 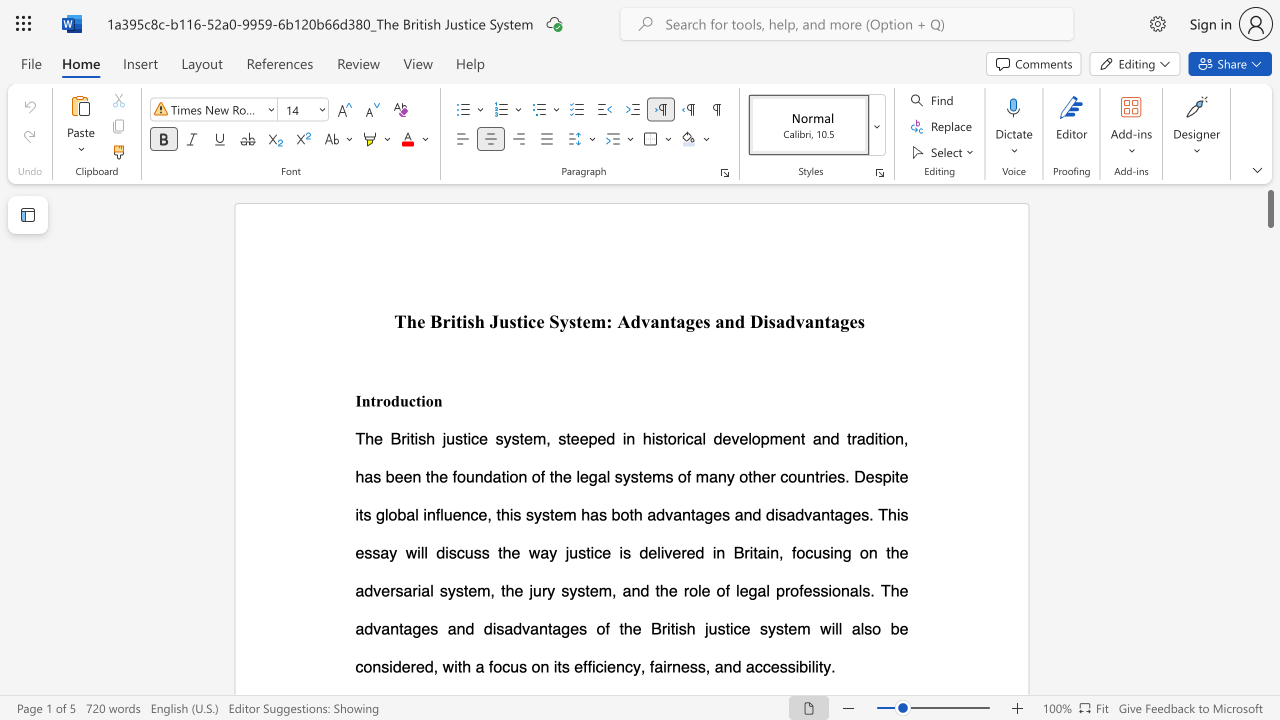 I want to click on the 1th character "o" in the text, so click(x=387, y=400).